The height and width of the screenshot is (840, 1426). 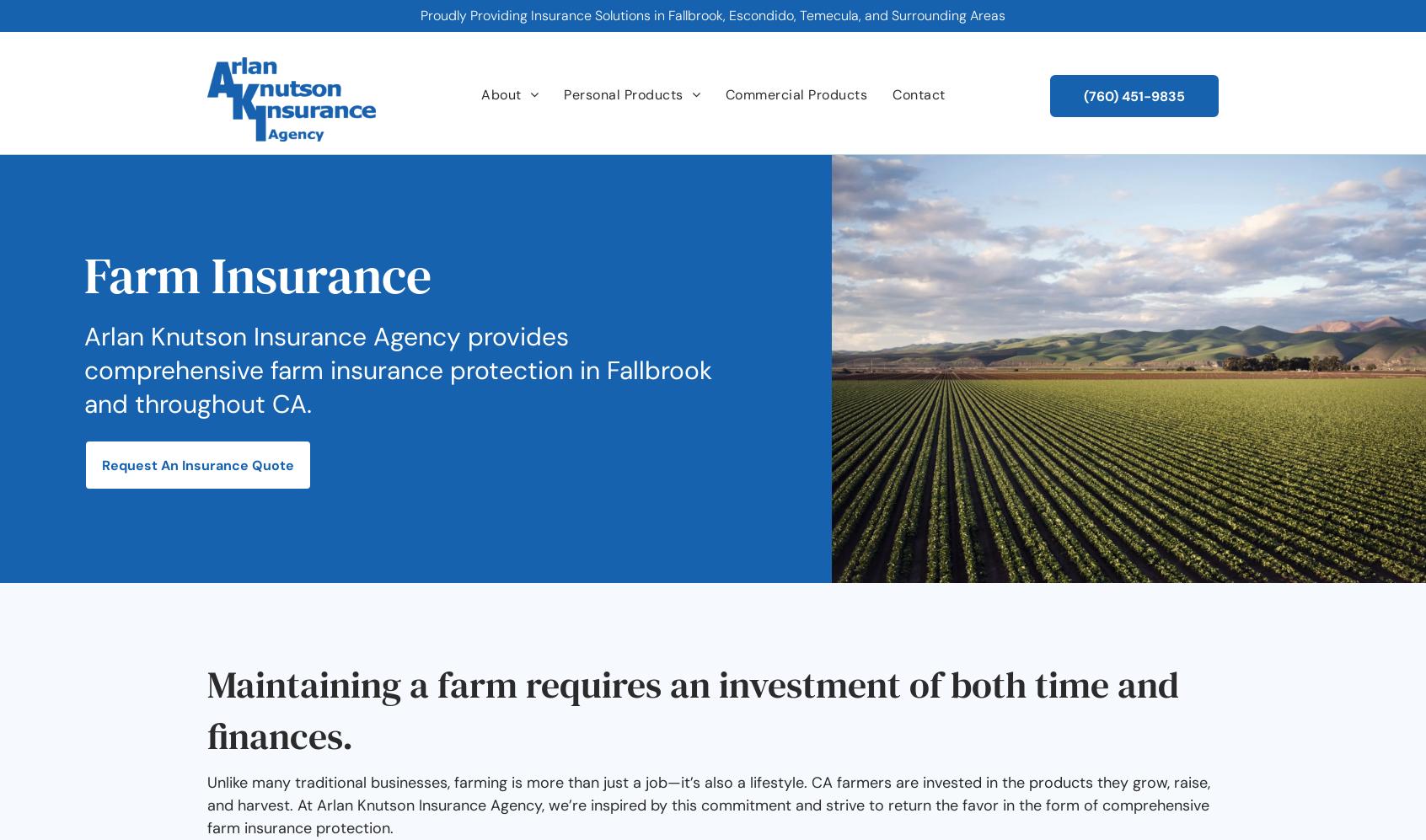 I want to click on 'Request An Insurance Quote', so click(x=197, y=464).